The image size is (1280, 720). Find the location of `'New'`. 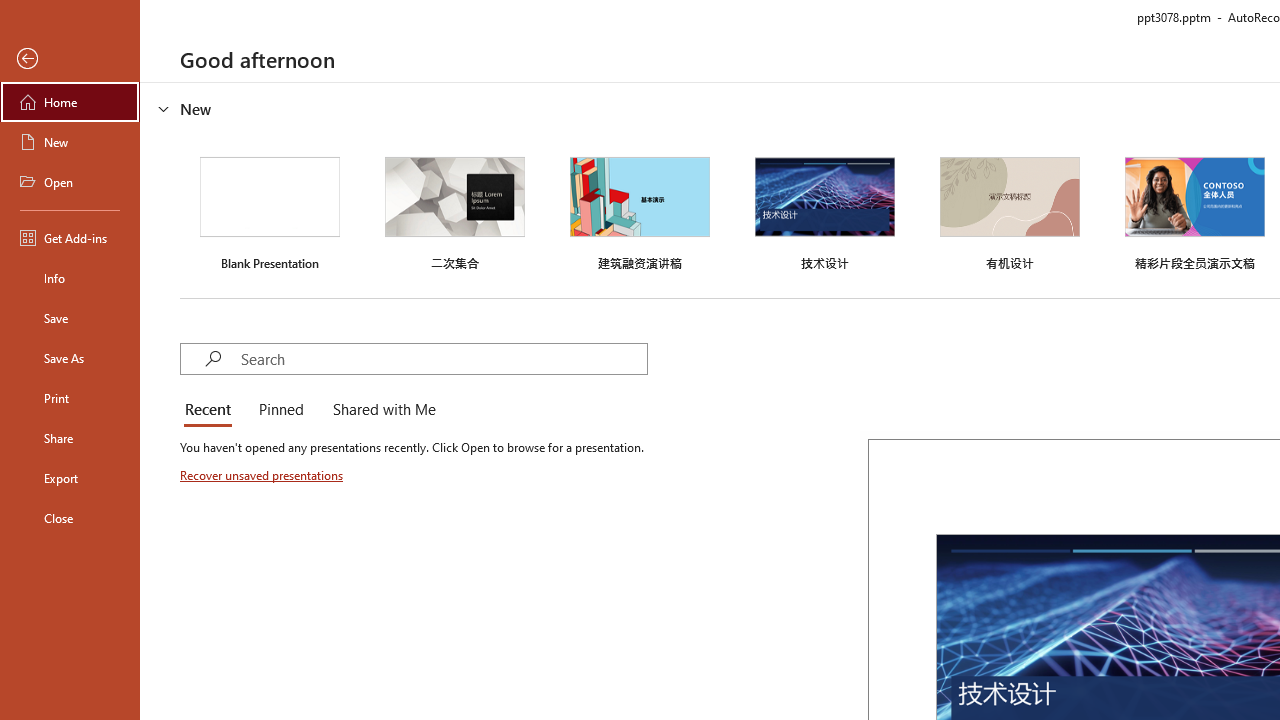

'New' is located at coordinates (69, 140).